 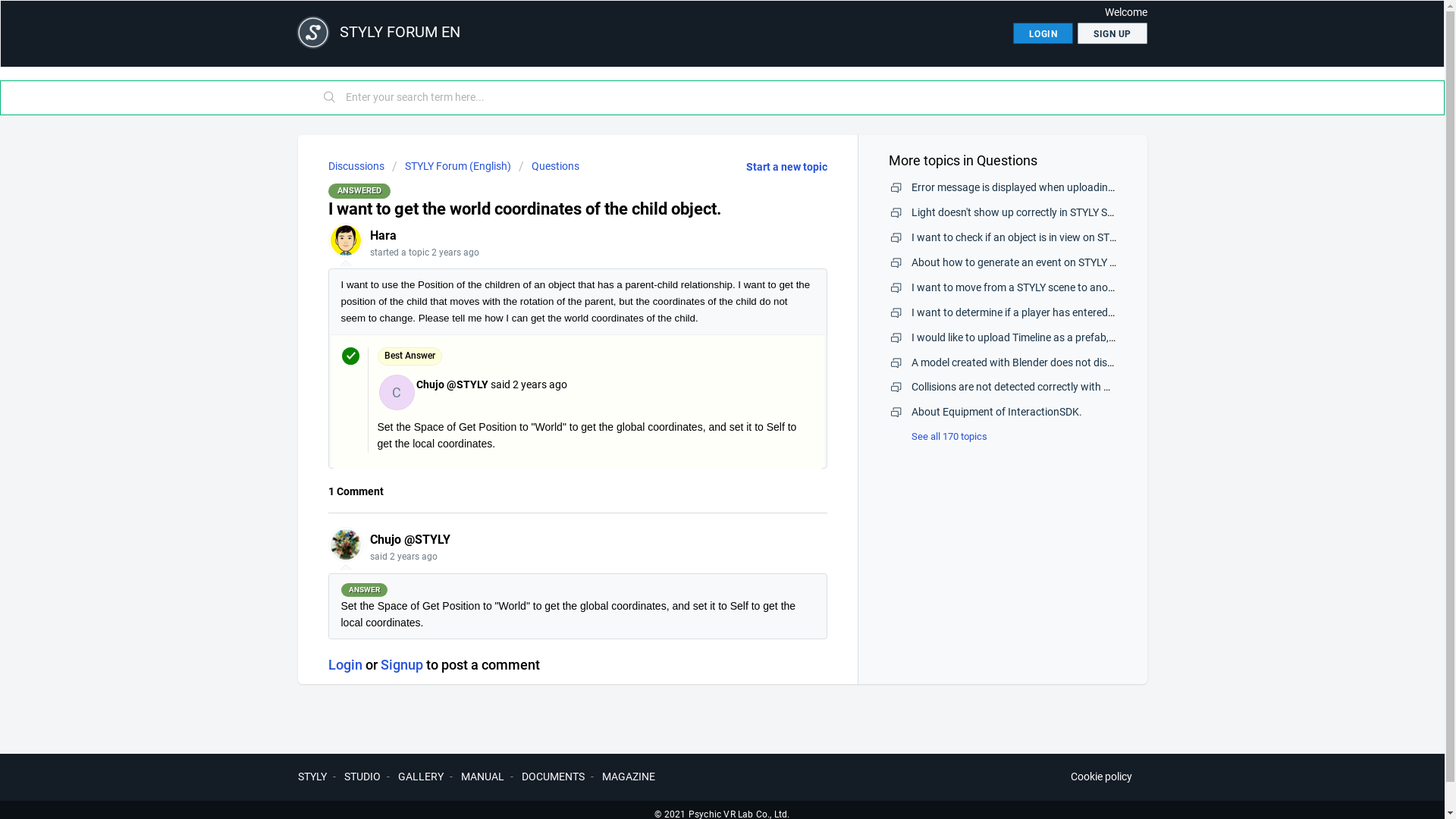 I want to click on 'LOGIN', so click(x=1012, y=33).